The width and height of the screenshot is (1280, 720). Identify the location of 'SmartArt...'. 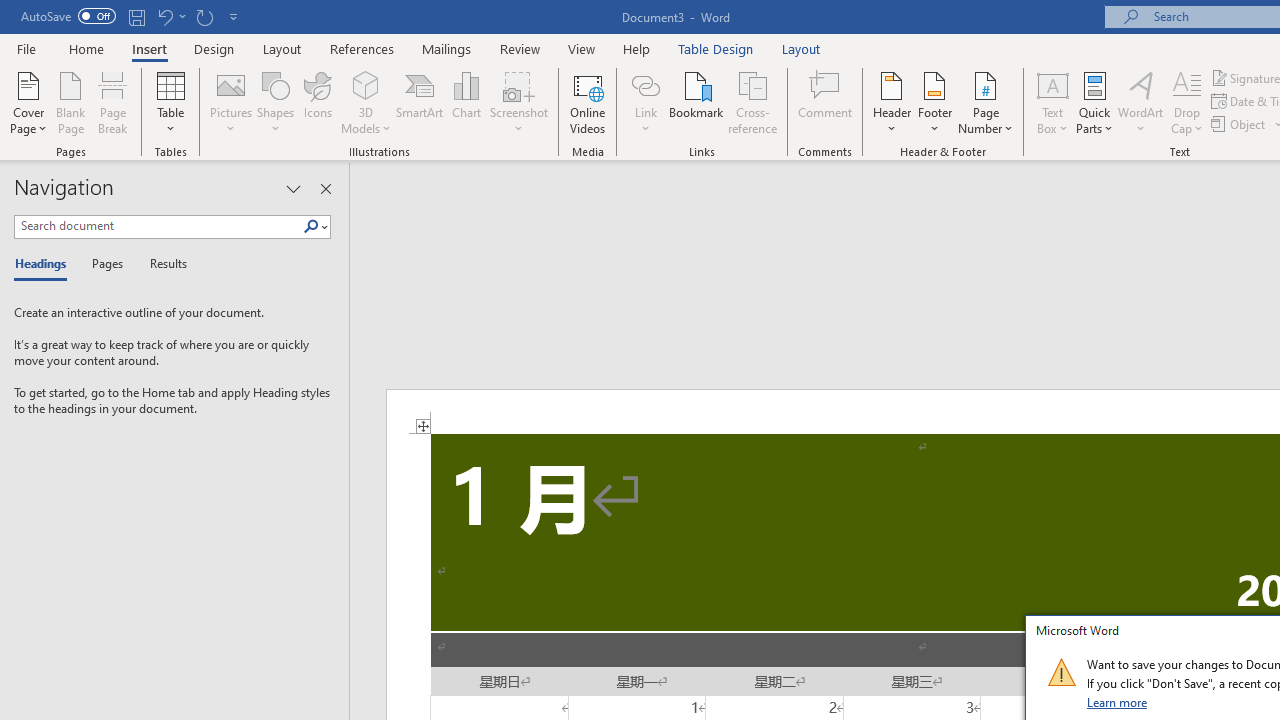
(418, 103).